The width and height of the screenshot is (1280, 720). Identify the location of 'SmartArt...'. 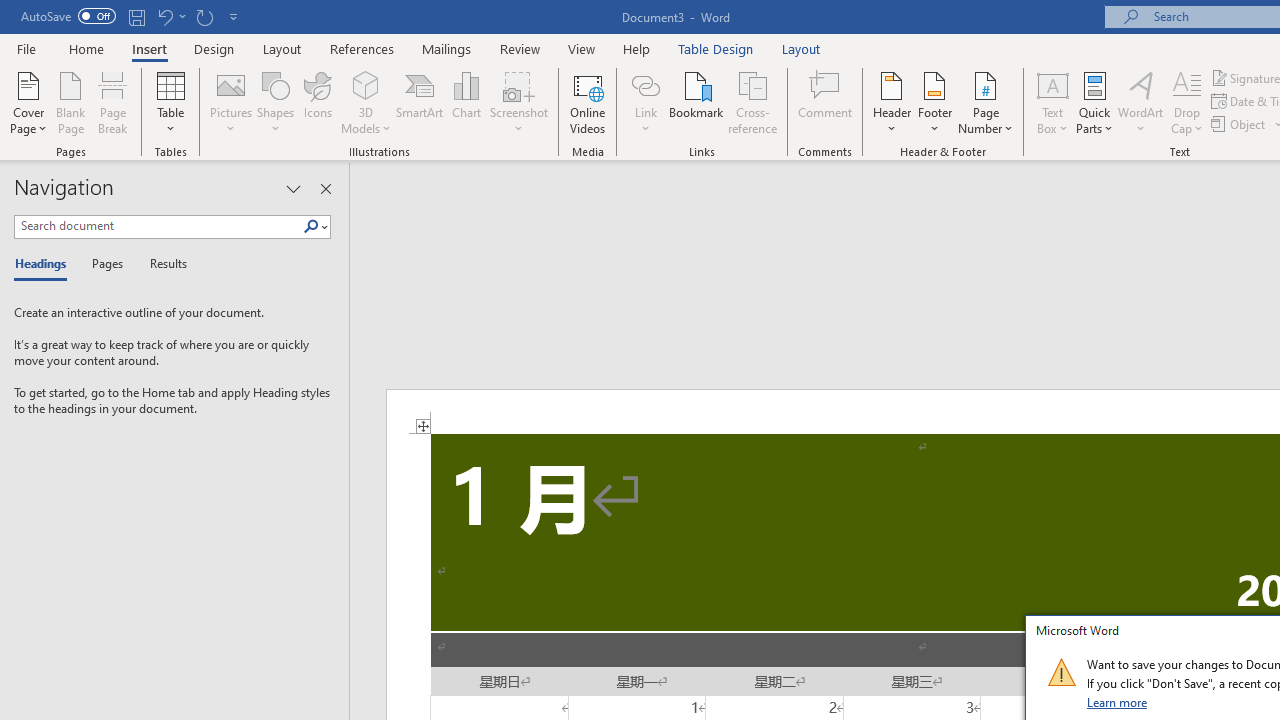
(418, 103).